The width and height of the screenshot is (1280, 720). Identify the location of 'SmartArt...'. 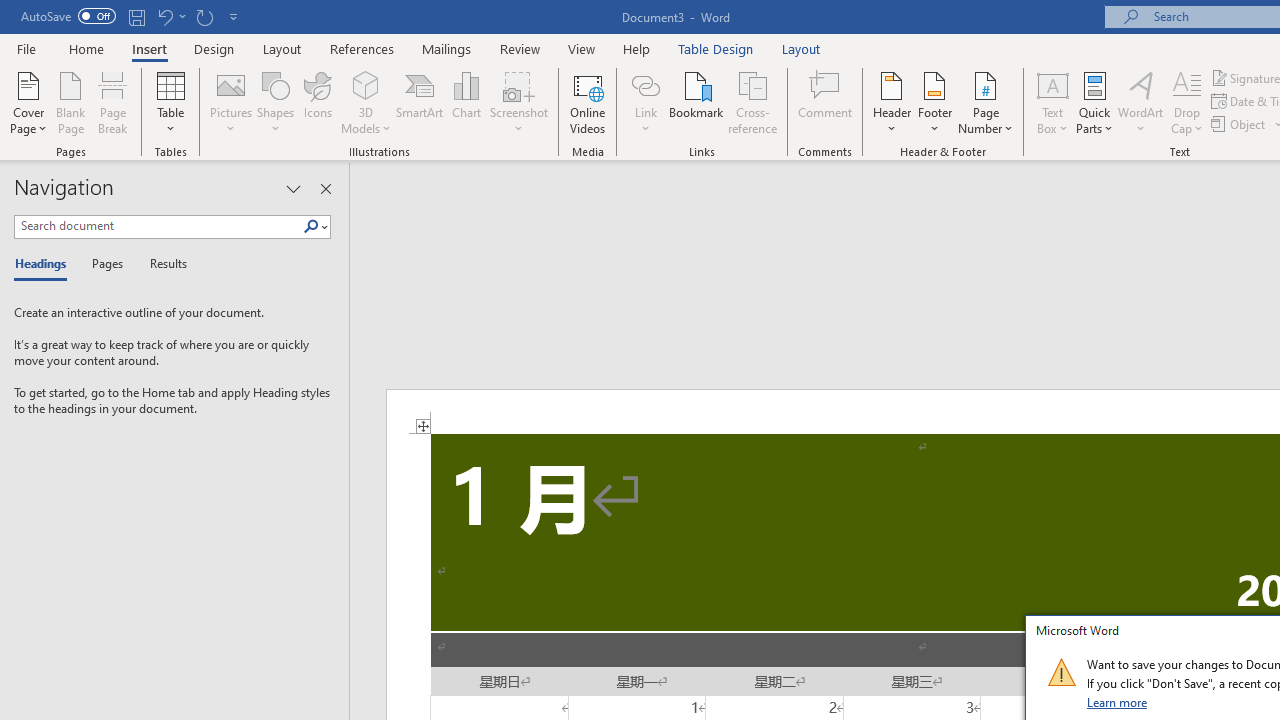
(418, 103).